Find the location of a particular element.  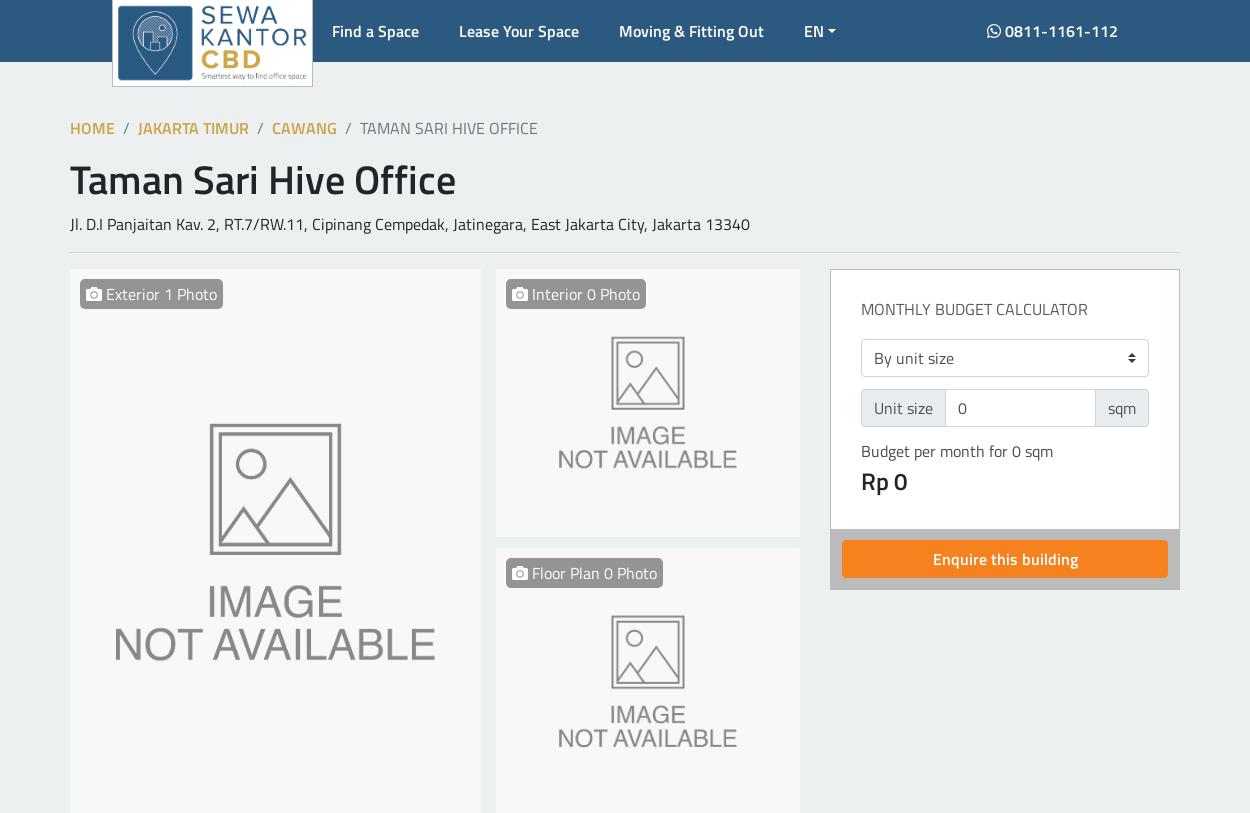

'Enquire this building' is located at coordinates (1004, 559).